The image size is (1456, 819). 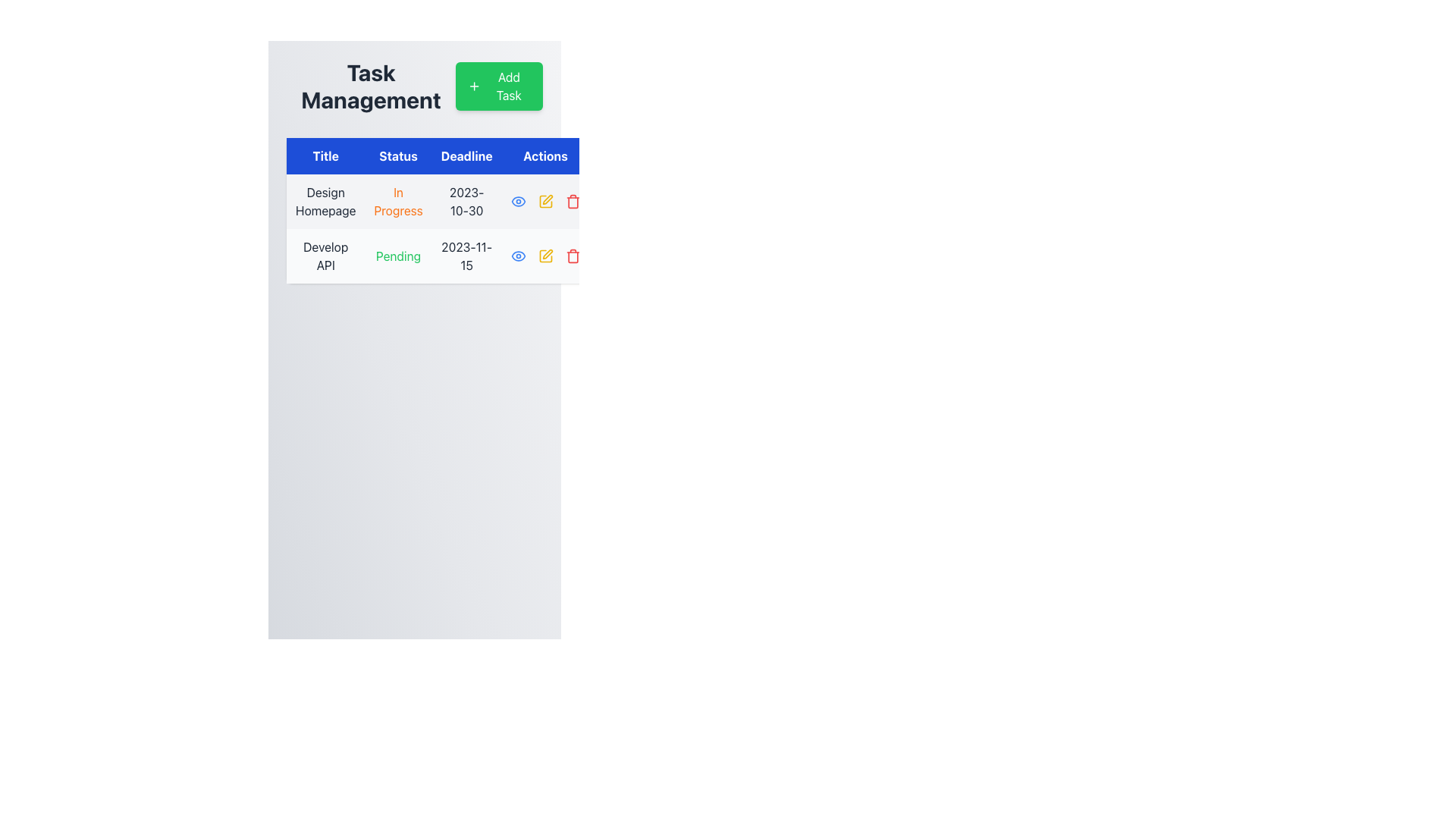 What do you see at coordinates (398, 155) in the screenshot?
I see `the 'Status' text label which is the second column header in the table, displaying the word 'Status' in white, bold font on a blue background` at bounding box center [398, 155].